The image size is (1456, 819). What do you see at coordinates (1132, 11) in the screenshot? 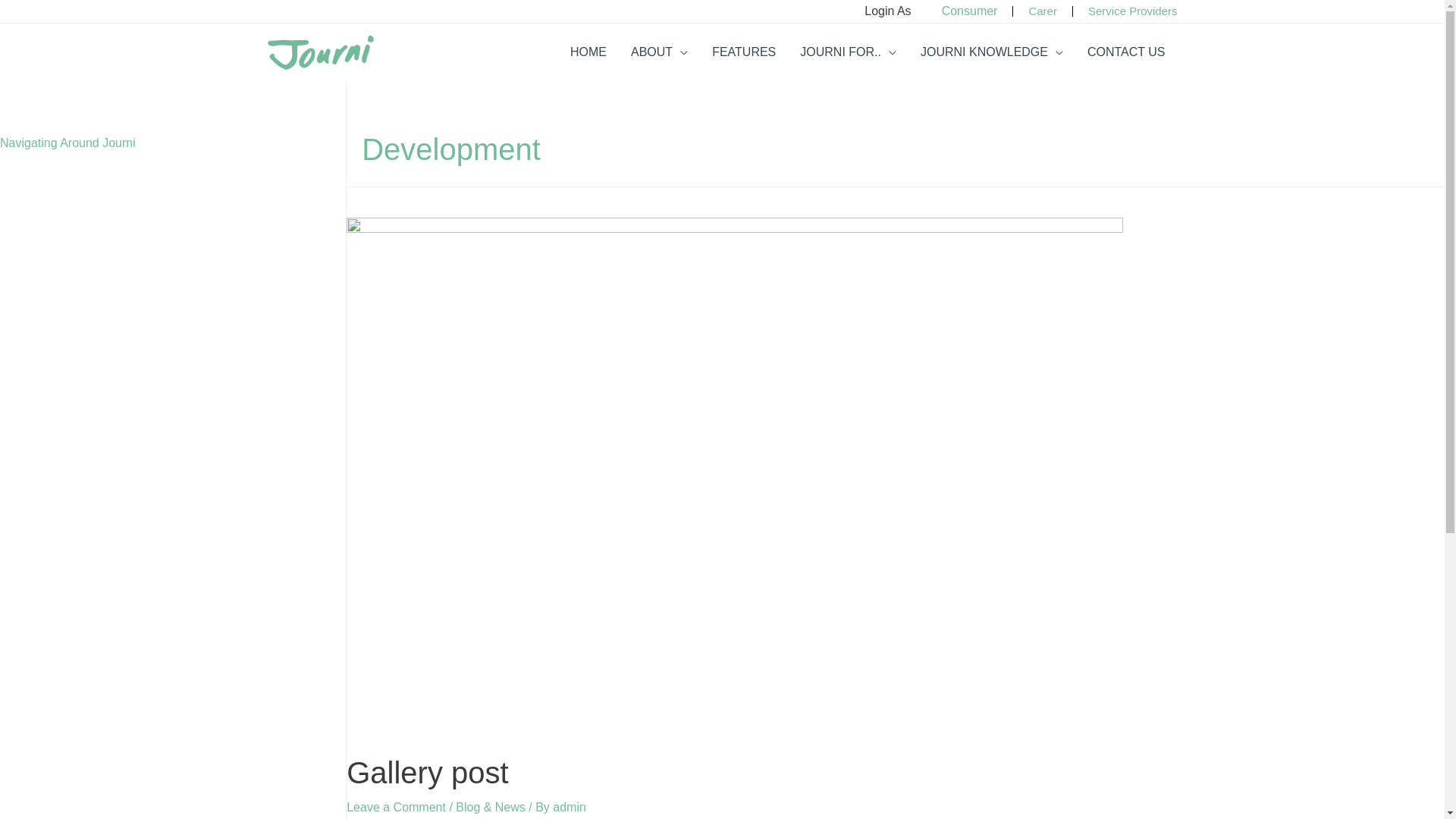
I see `'Service Providers'` at bounding box center [1132, 11].